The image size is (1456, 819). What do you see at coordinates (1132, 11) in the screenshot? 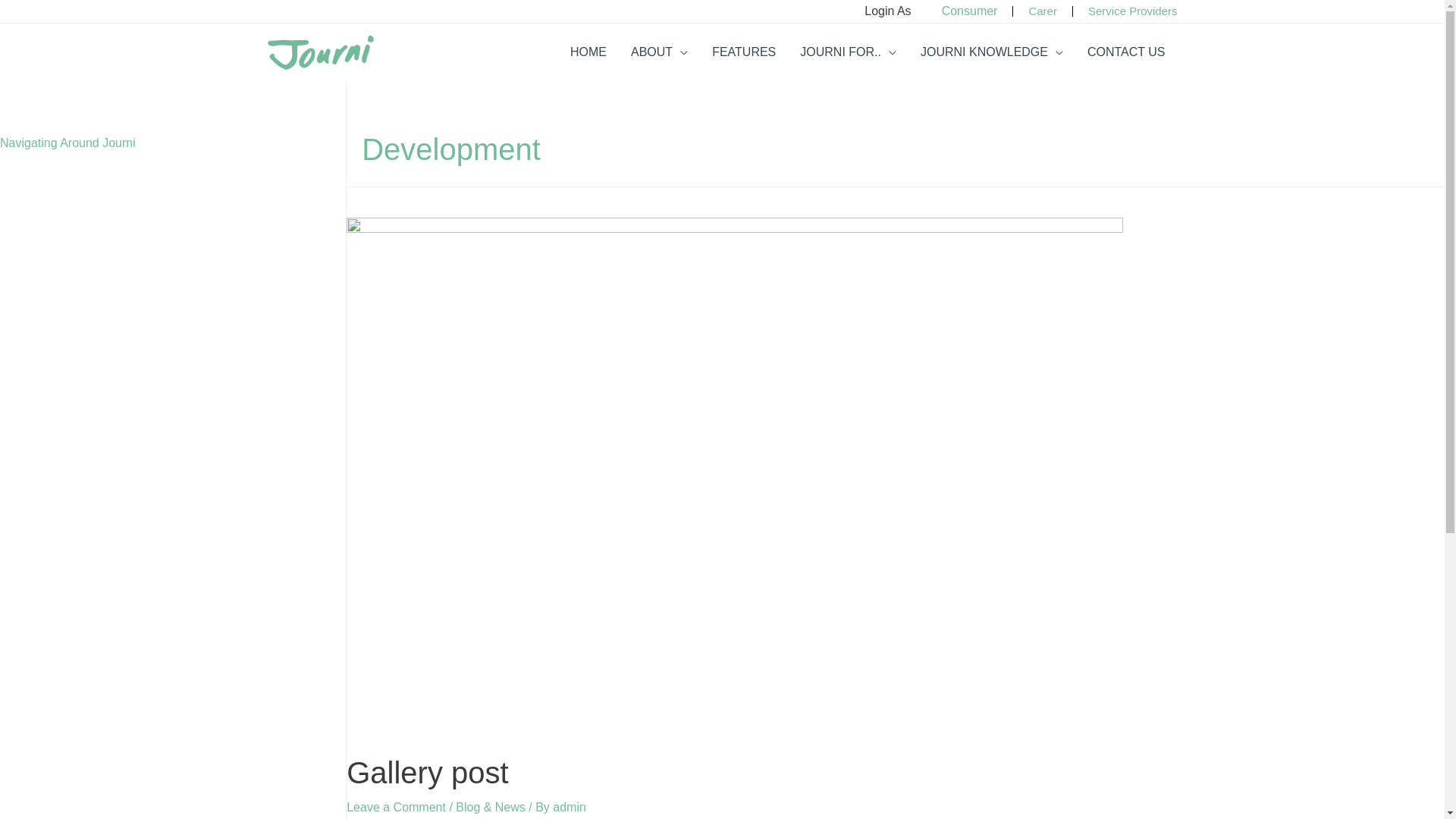
I see `'Service Providers'` at bounding box center [1132, 11].